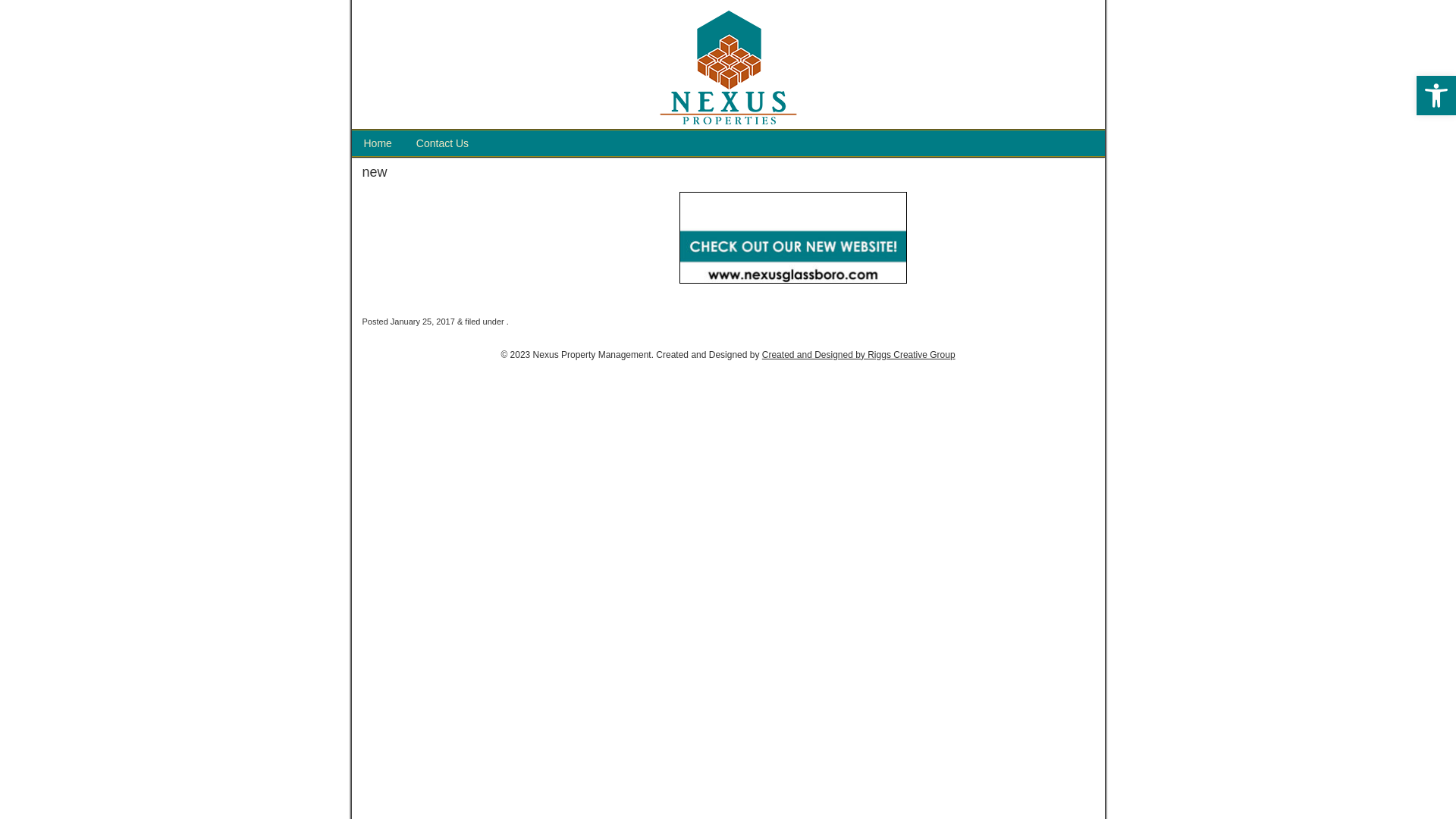  What do you see at coordinates (761, 354) in the screenshot?
I see `'Created and Designed by Riggs Creative Group'` at bounding box center [761, 354].